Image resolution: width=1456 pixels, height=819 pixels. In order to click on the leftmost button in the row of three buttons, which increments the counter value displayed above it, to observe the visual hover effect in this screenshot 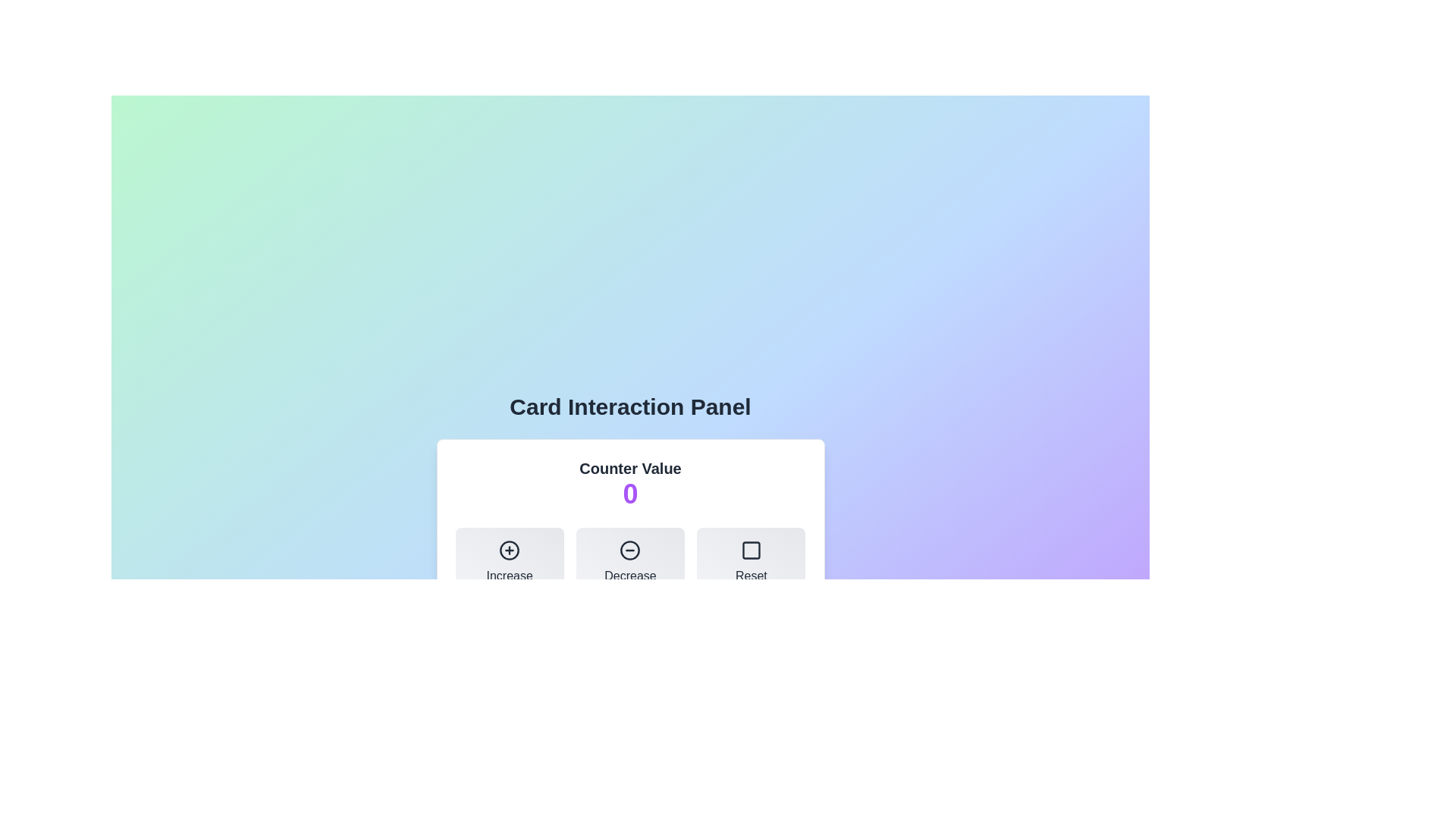, I will do `click(510, 562)`.